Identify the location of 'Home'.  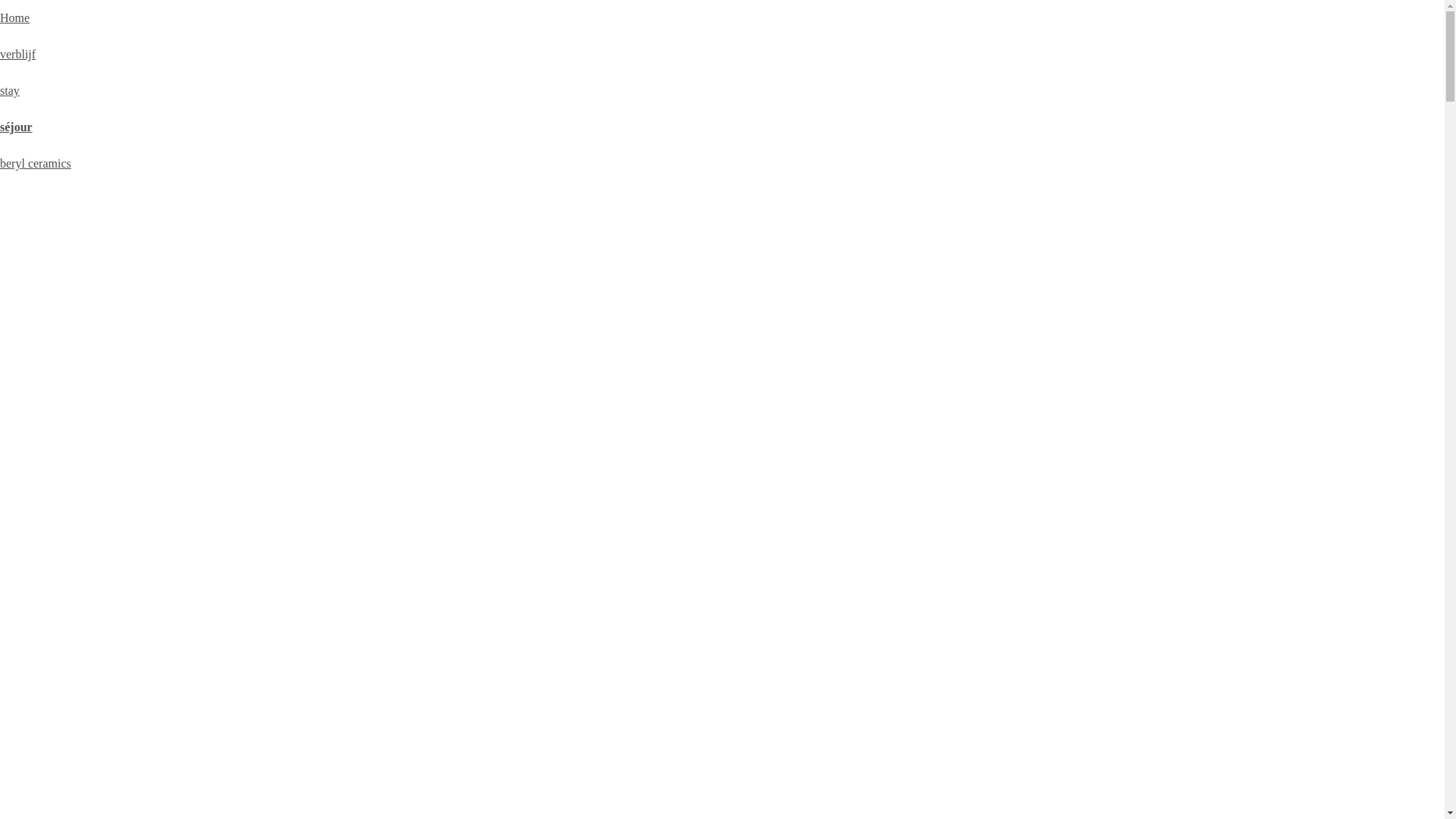
(14, 17).